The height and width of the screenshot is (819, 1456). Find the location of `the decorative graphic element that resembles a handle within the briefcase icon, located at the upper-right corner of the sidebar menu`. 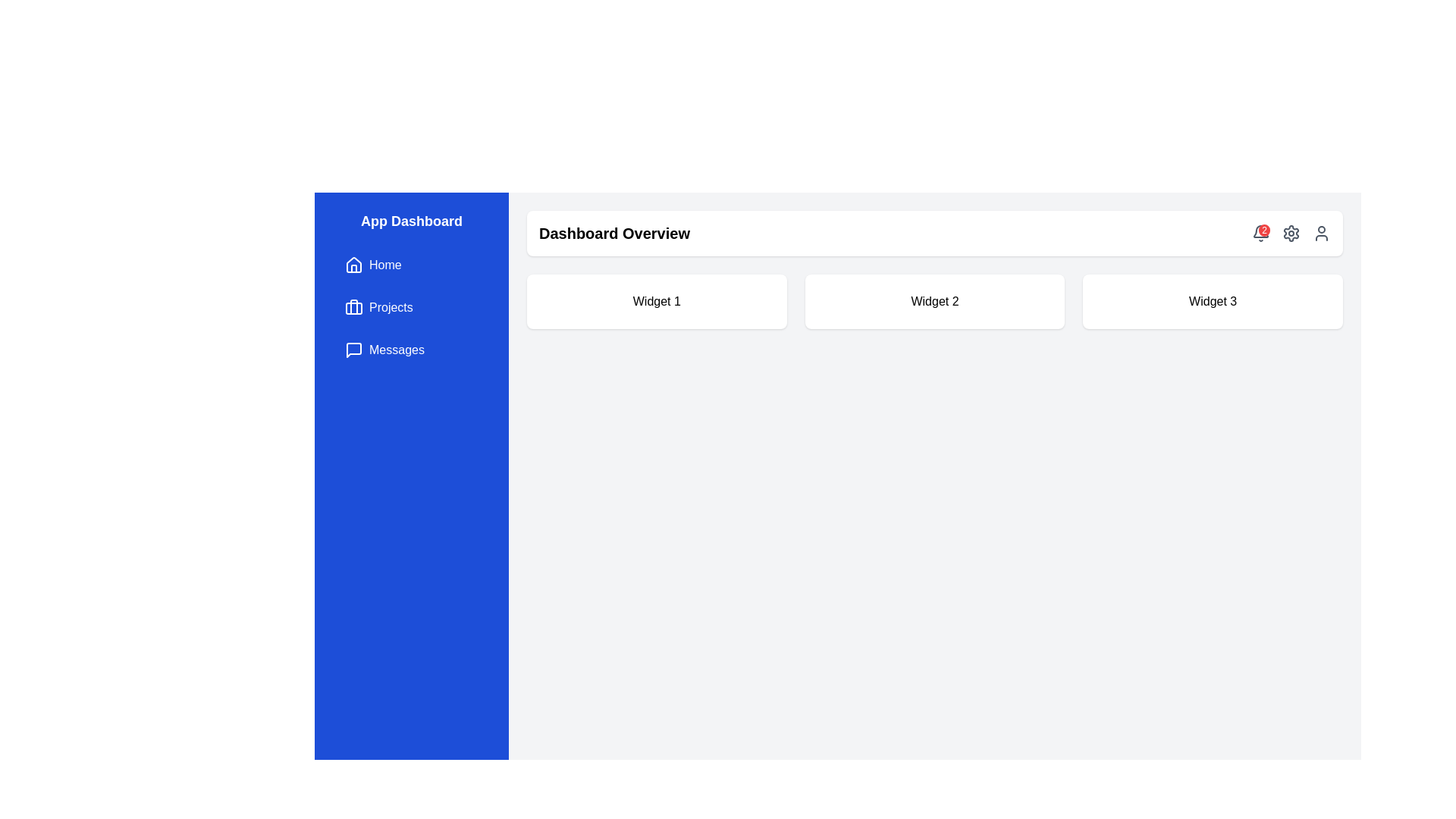

the decorative graphic element that resembles a handle within the briefcase icon, located at the upper-right corner of the sidebar menu is located at coordinates (353, 307).